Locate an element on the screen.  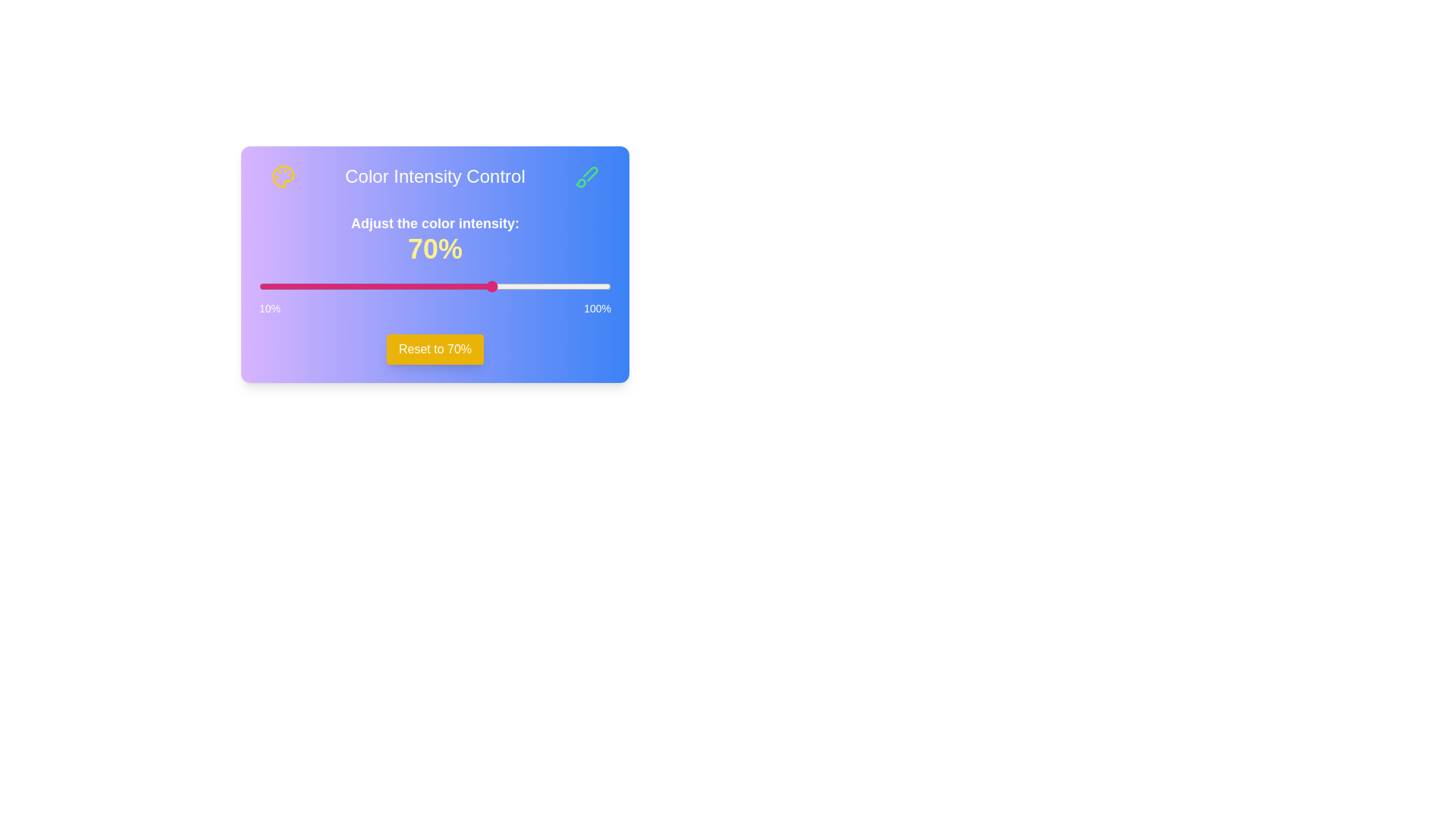
the slider to set the intensity to 83% is located at coordinates (544, 287).